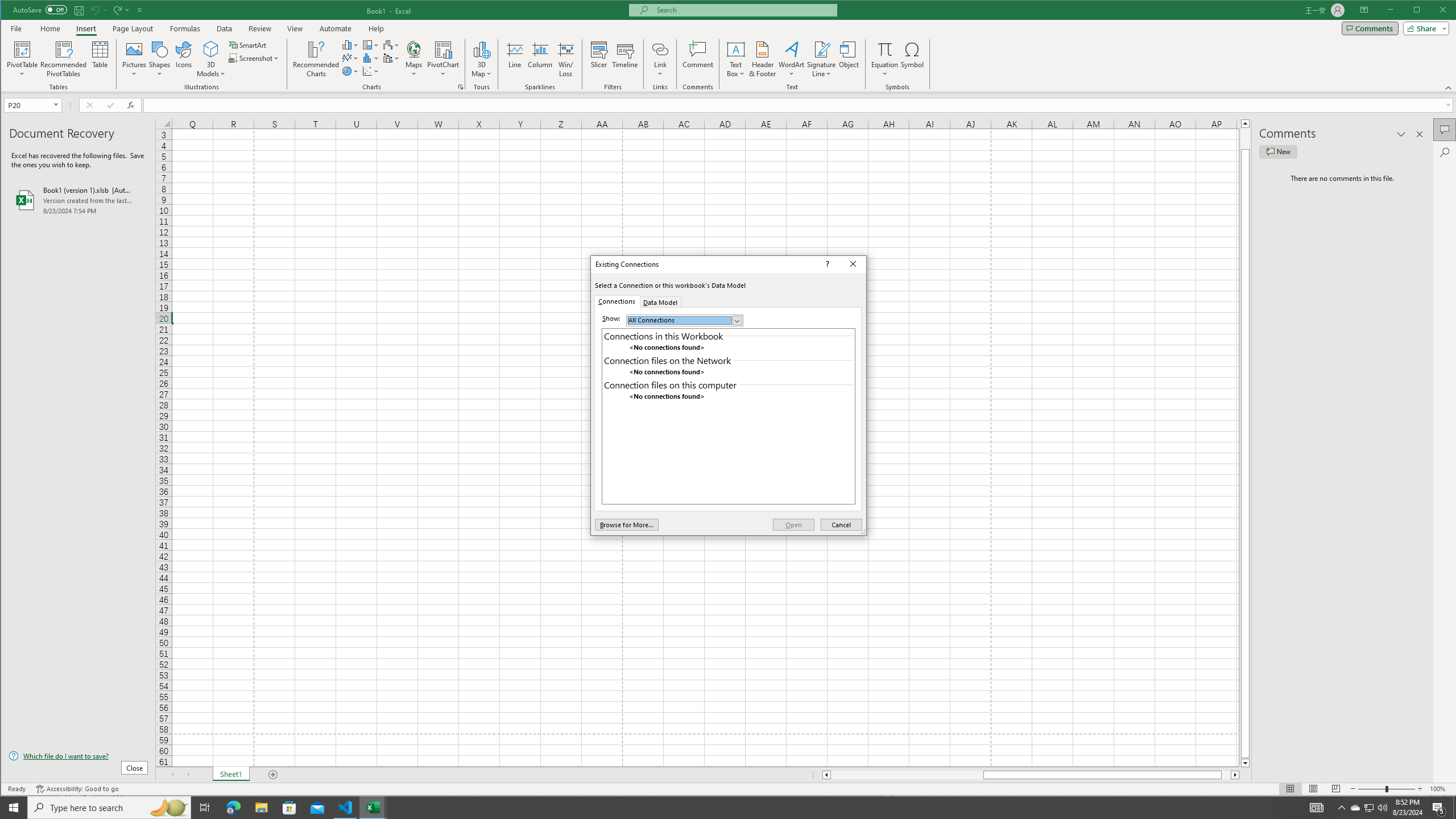 The width and height of the screenshot is (1456, 819). I want to click on 'Customize Quick Access Toolbar', so click(140, 9).